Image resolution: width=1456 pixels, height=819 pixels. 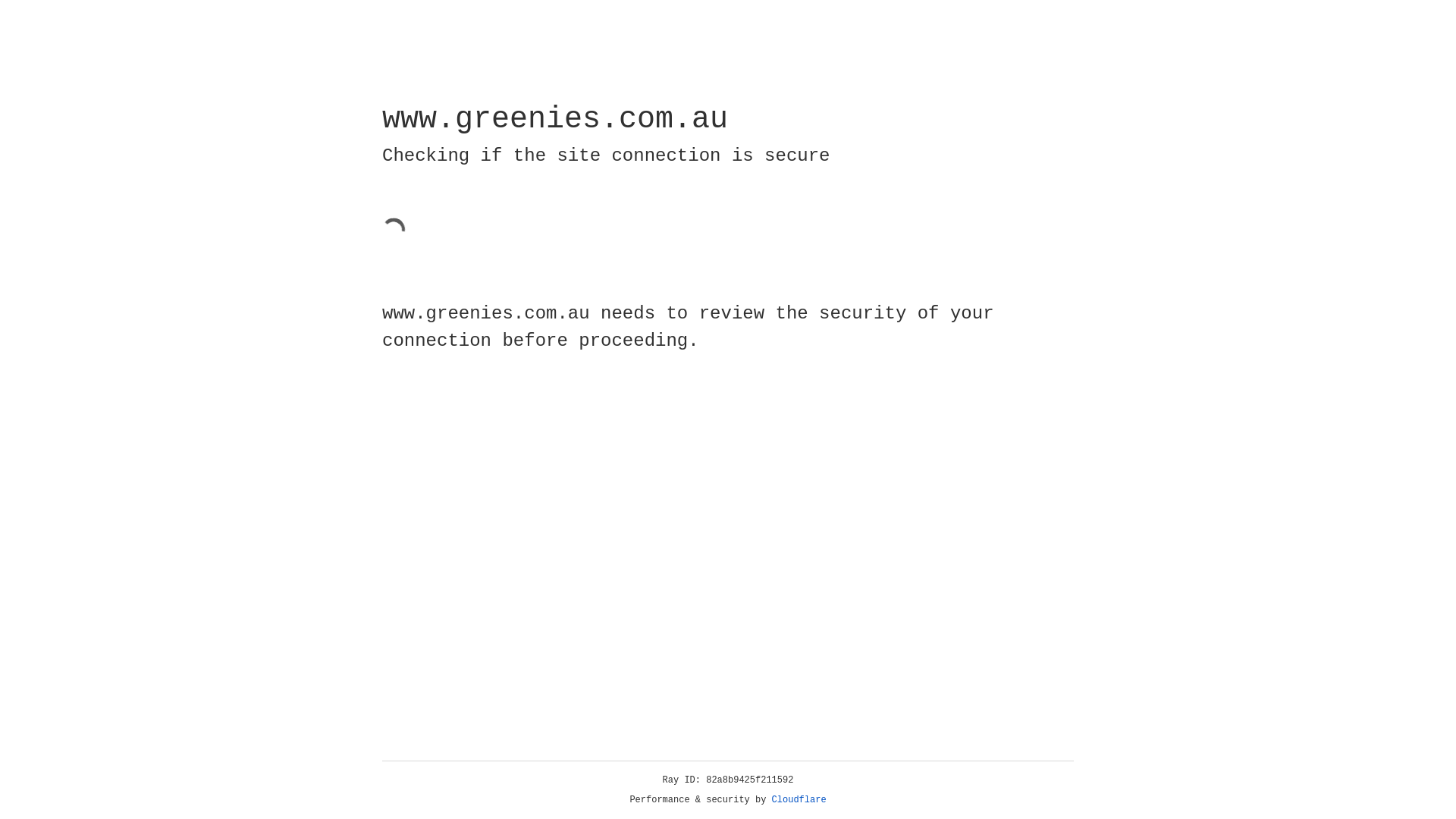 I want to click on 'Cloudflare', so click(x=799, y=799).